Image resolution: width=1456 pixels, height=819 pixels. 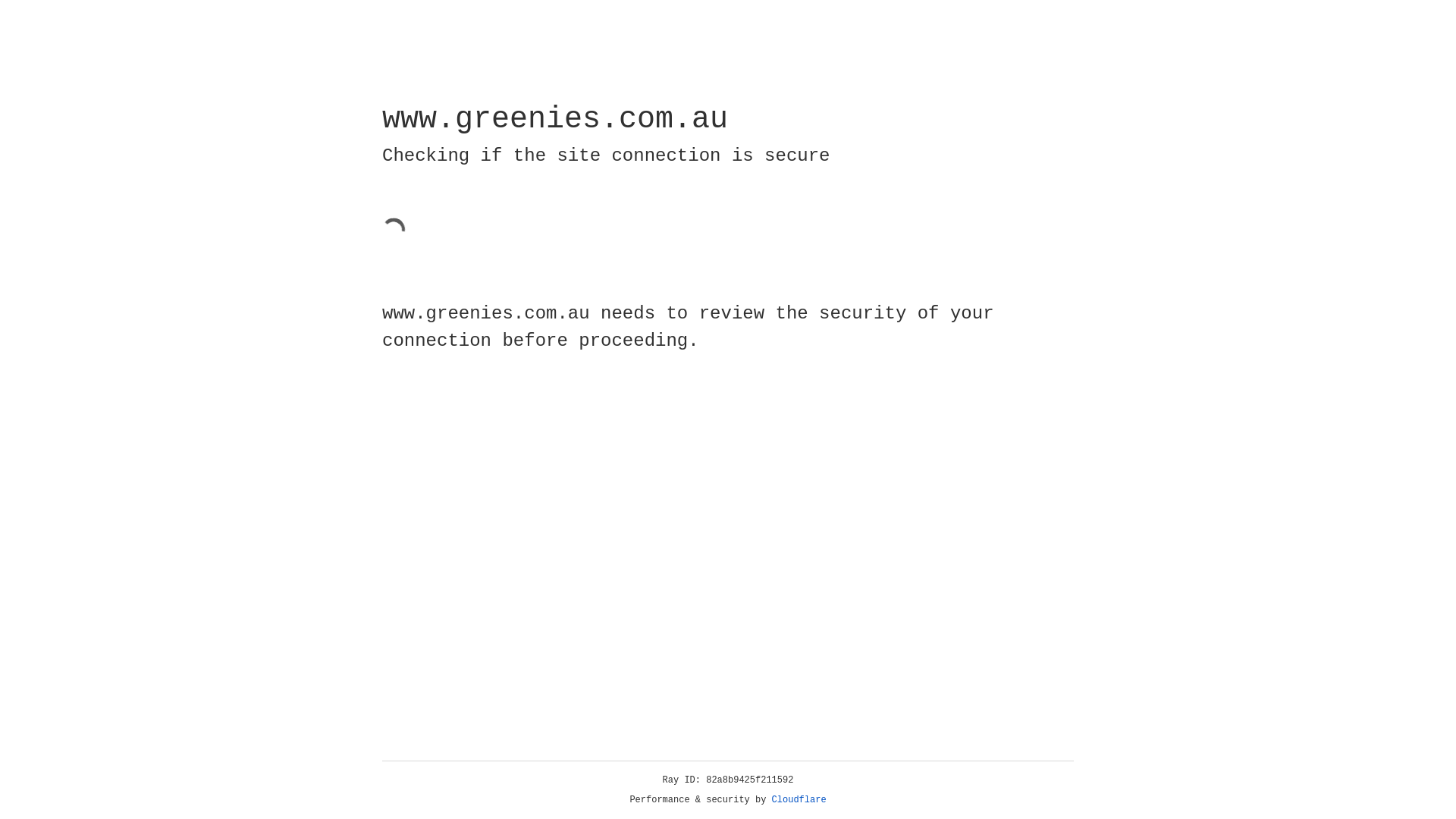 I want to click on 'Cloudflare', so click(x=799, y=799).